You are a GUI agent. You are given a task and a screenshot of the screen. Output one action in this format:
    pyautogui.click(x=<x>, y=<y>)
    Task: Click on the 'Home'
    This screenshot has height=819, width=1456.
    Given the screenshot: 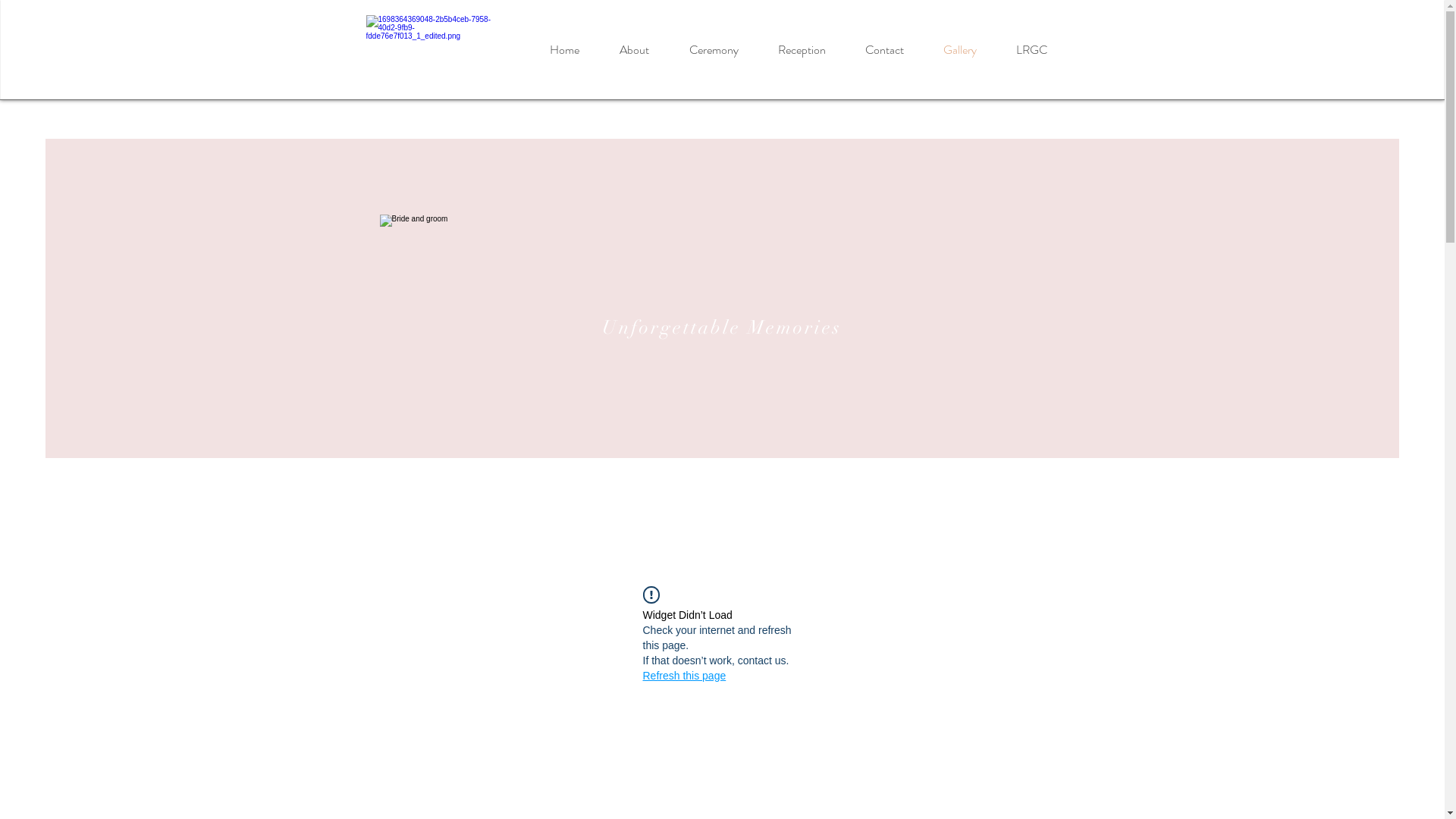 What is the action you would take?
    pyautogui.click(x=563, y=49)
    